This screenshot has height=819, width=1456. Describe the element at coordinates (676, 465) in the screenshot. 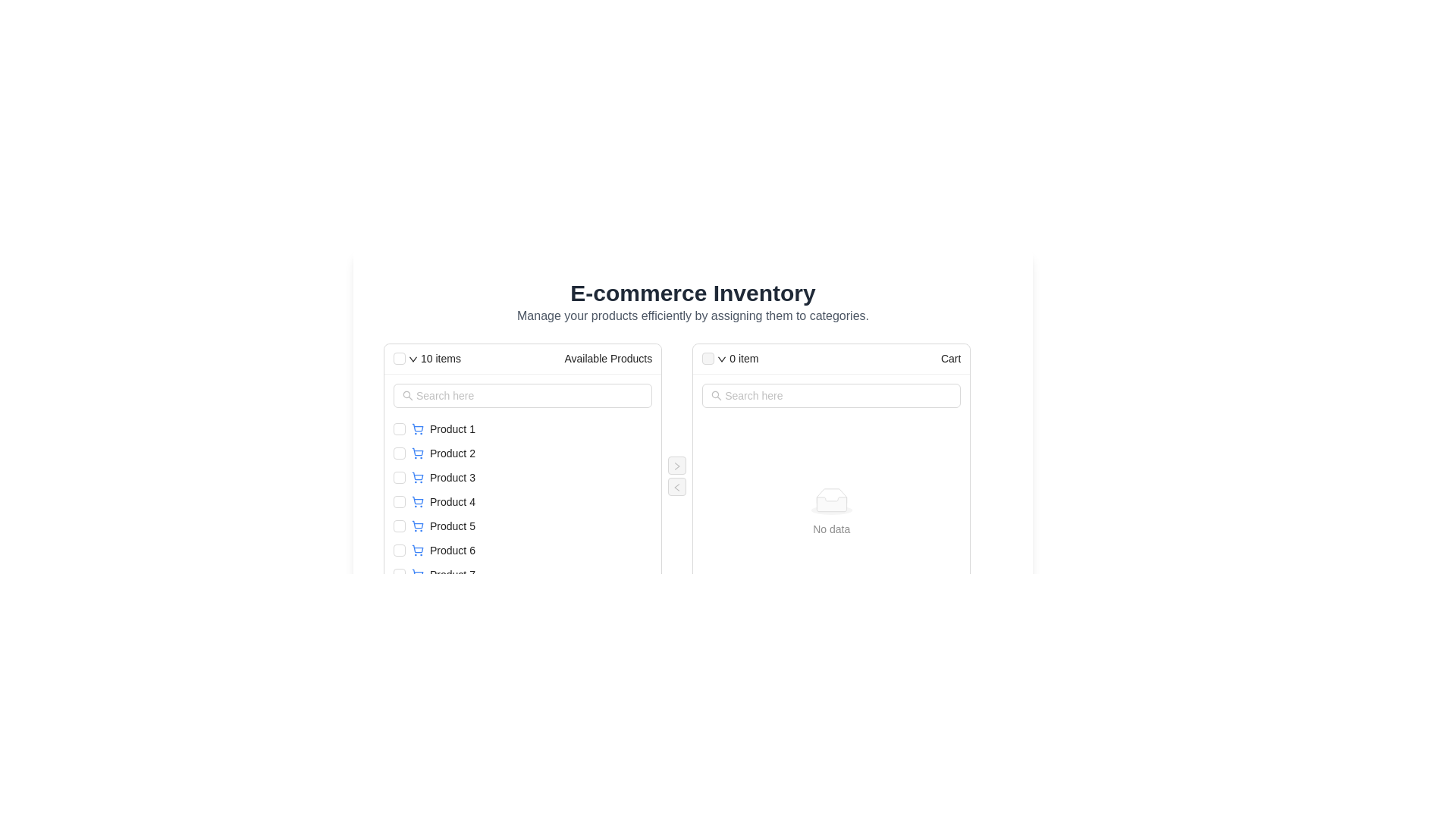

I see `the right-pointing arrow button located between the 'Available Products' and 'Cart' panes` at that location.